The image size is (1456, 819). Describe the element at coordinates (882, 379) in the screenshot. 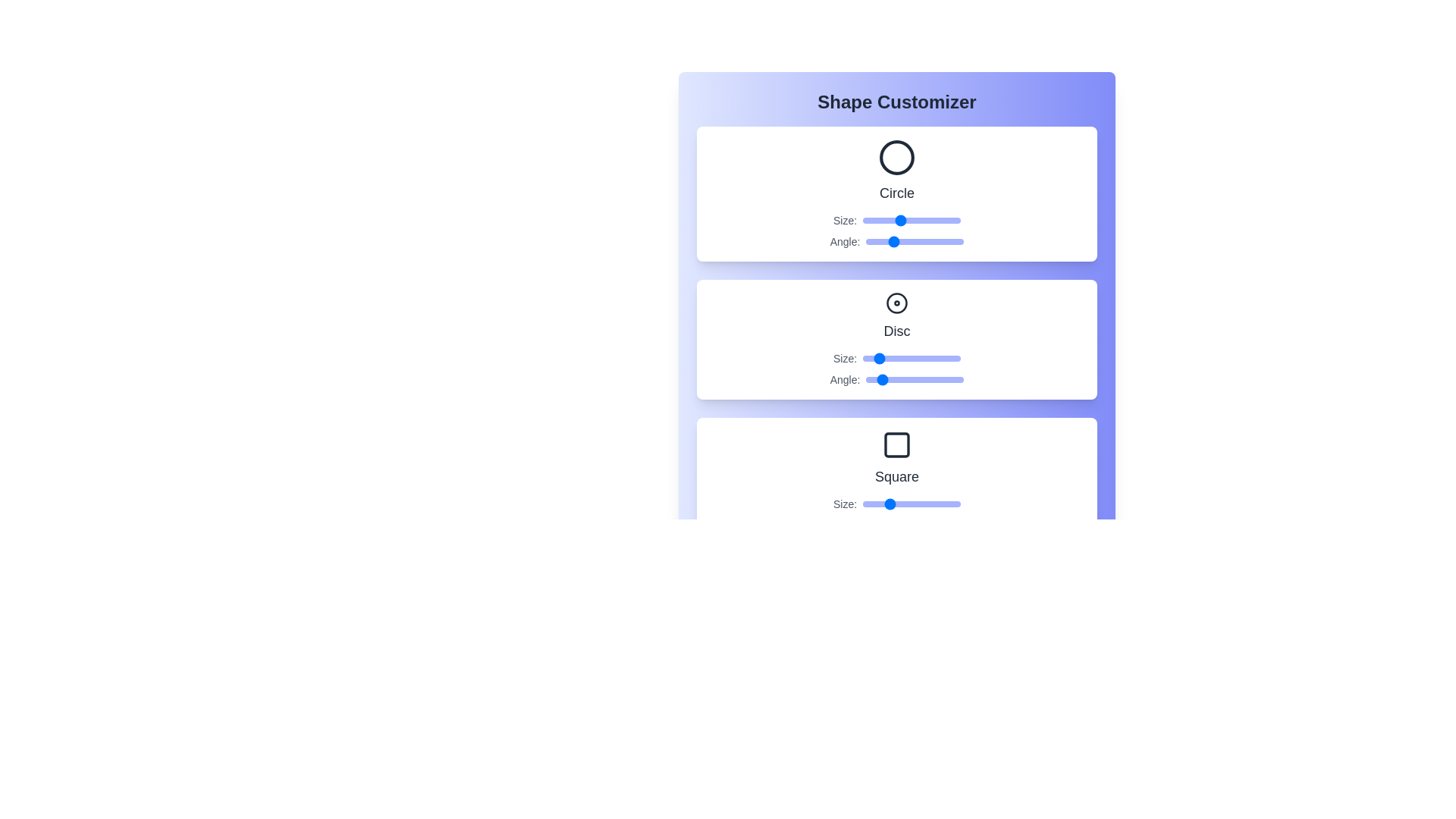

I see `the angle of the Disc shape to 58 degrees` at that location.